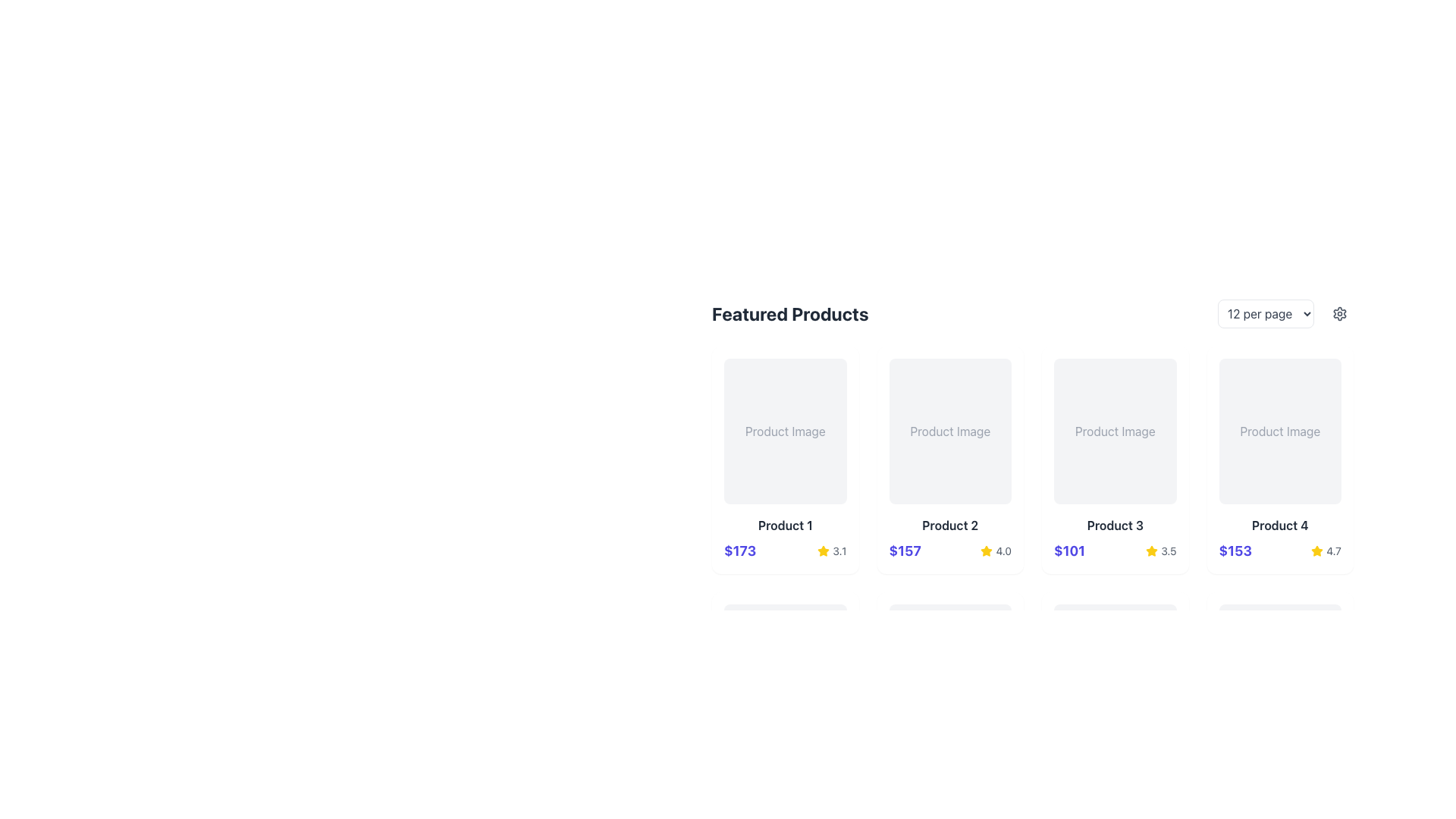  I want to click on the Text label that serves as a placeholder for the product image in the first product card of the 'Featured Products' section, which is centered above the product name and price information, so click(785, 431).